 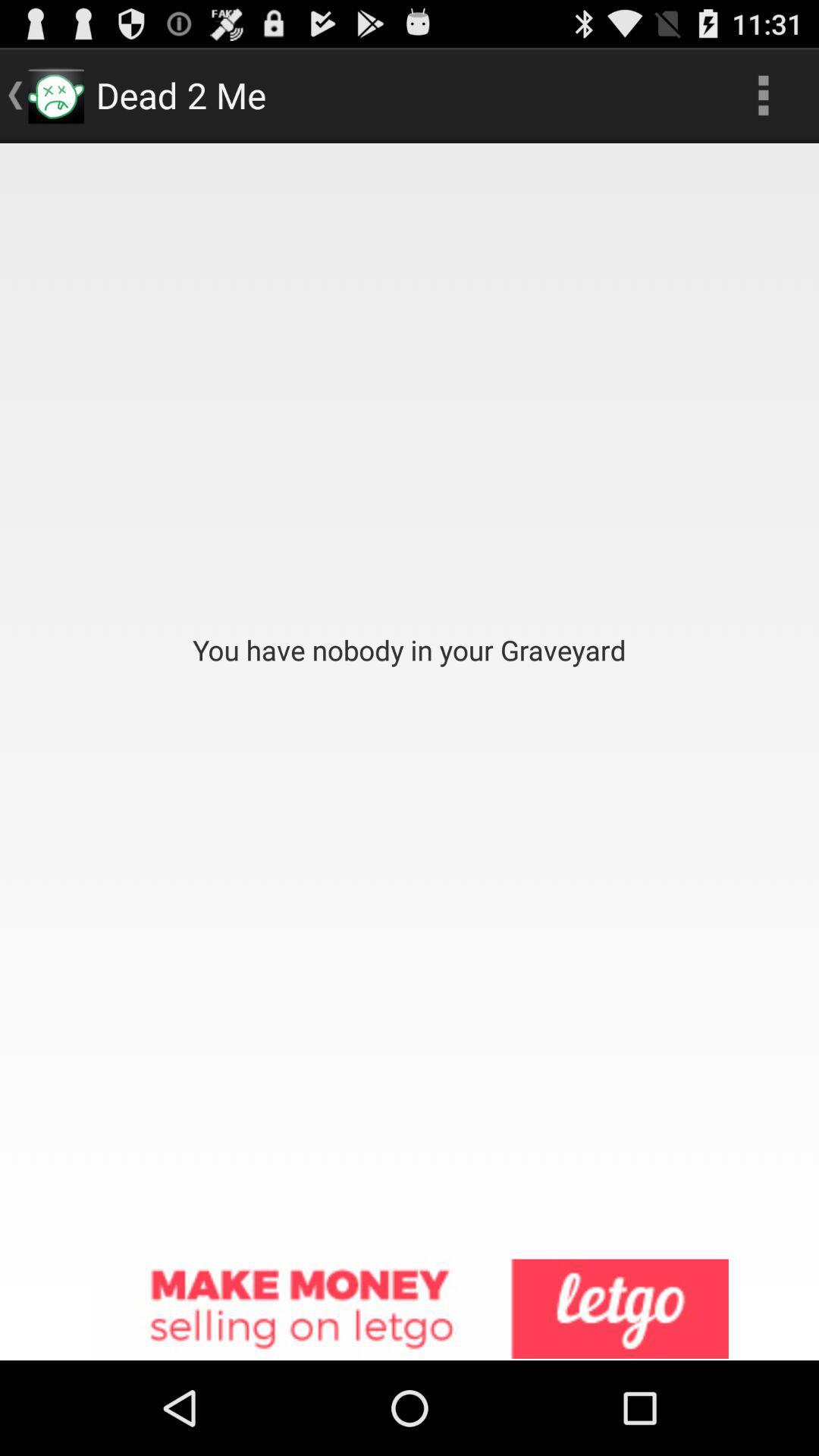 What do you see at coordinates (409, 1309) in the screenshot?
I see `advertisement` at bounding box center [409, 1309].